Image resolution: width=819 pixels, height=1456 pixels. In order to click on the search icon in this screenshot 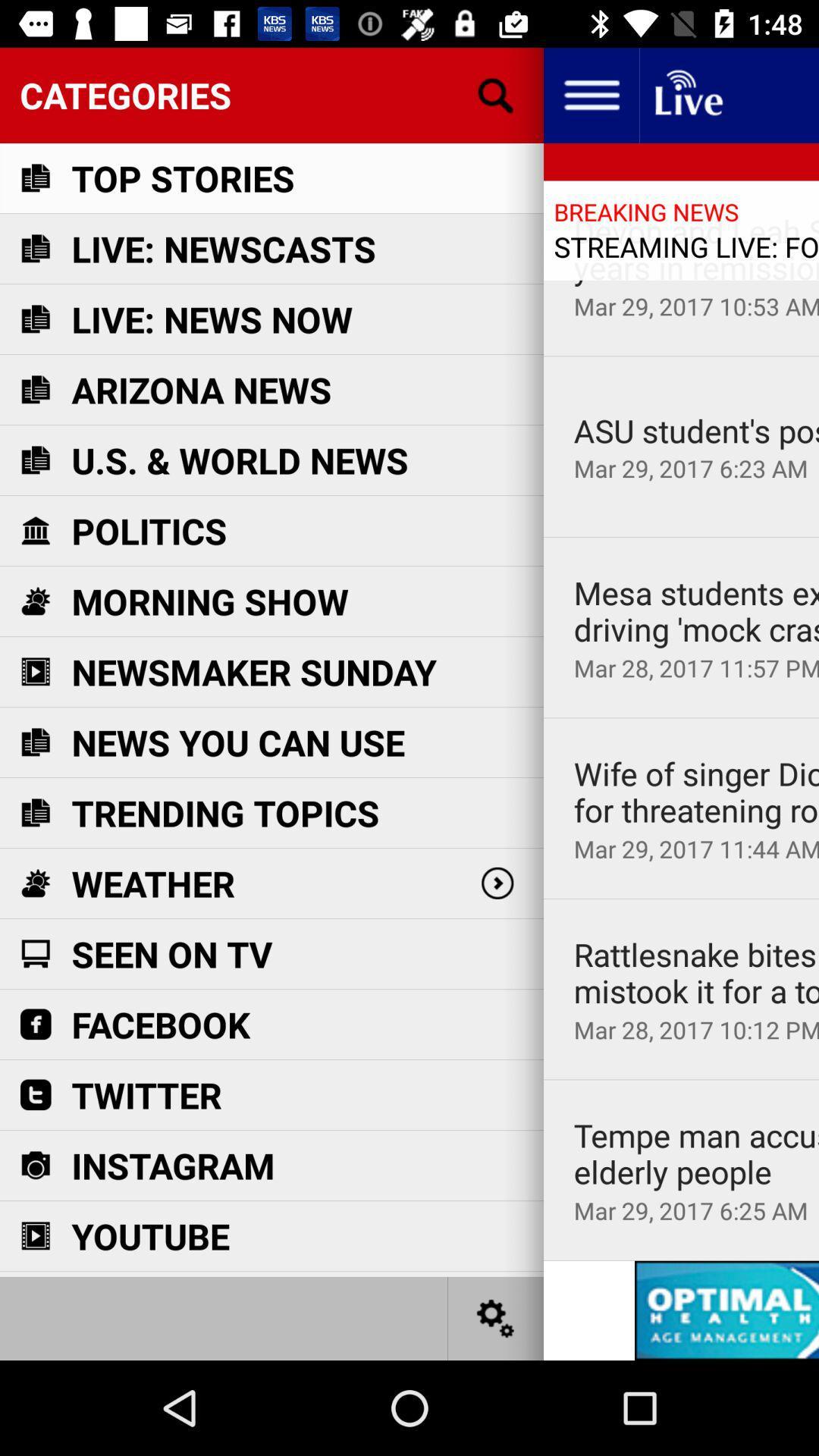, I will do `click(496, 94)`.